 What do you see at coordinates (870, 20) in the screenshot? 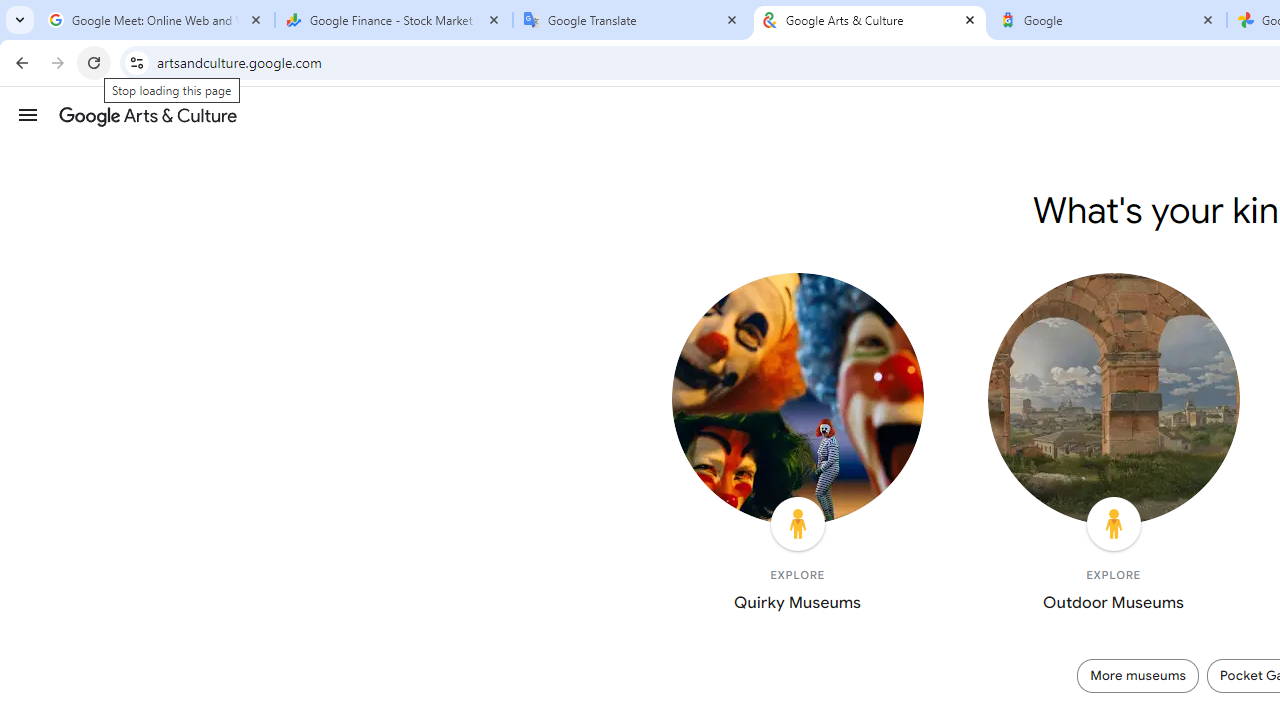
I see `'Google Arts & Culture'` at bounding box center [870, 20].